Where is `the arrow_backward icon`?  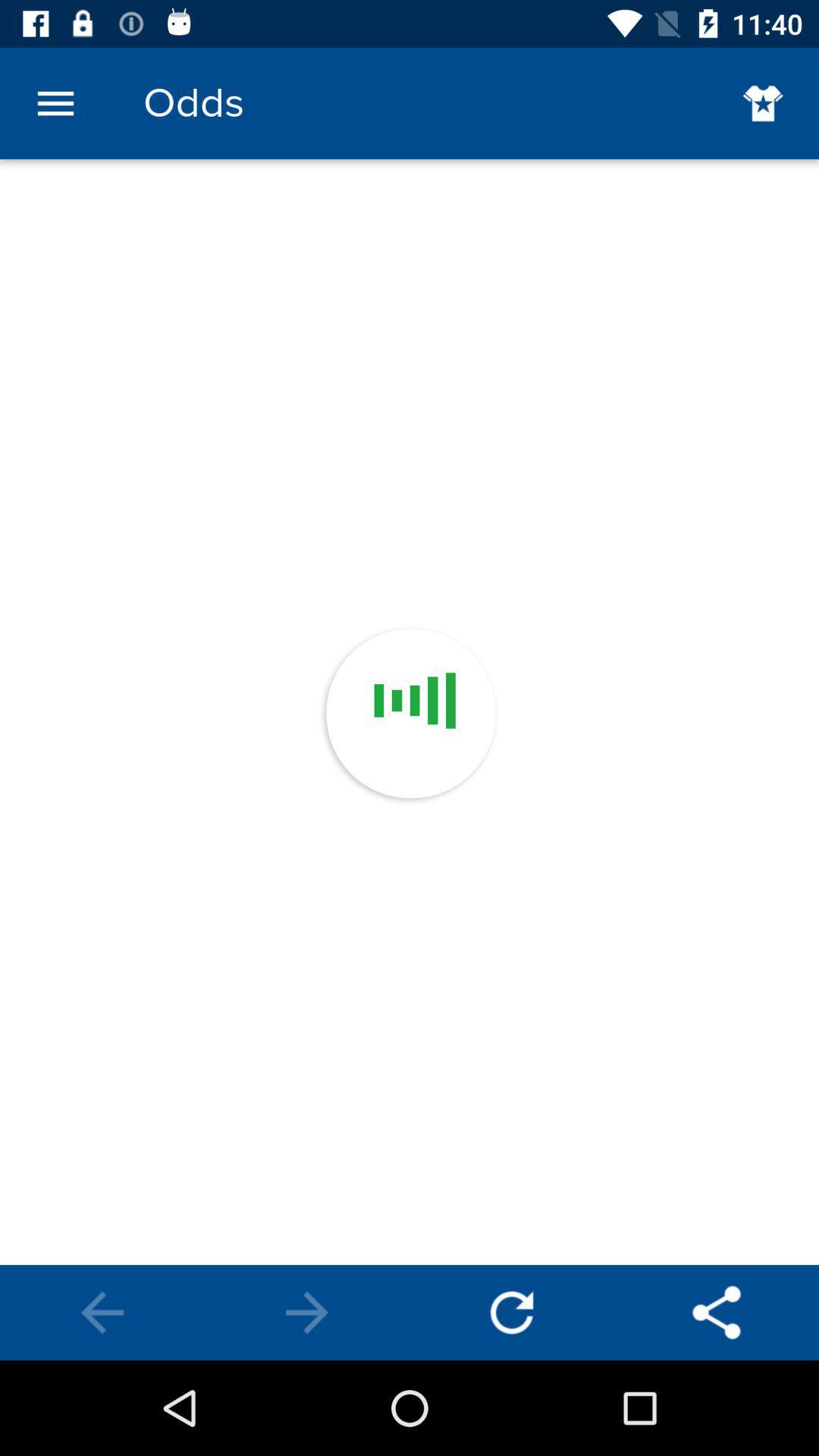
the arrow_backward icon is located at coordinates (102, 1312).